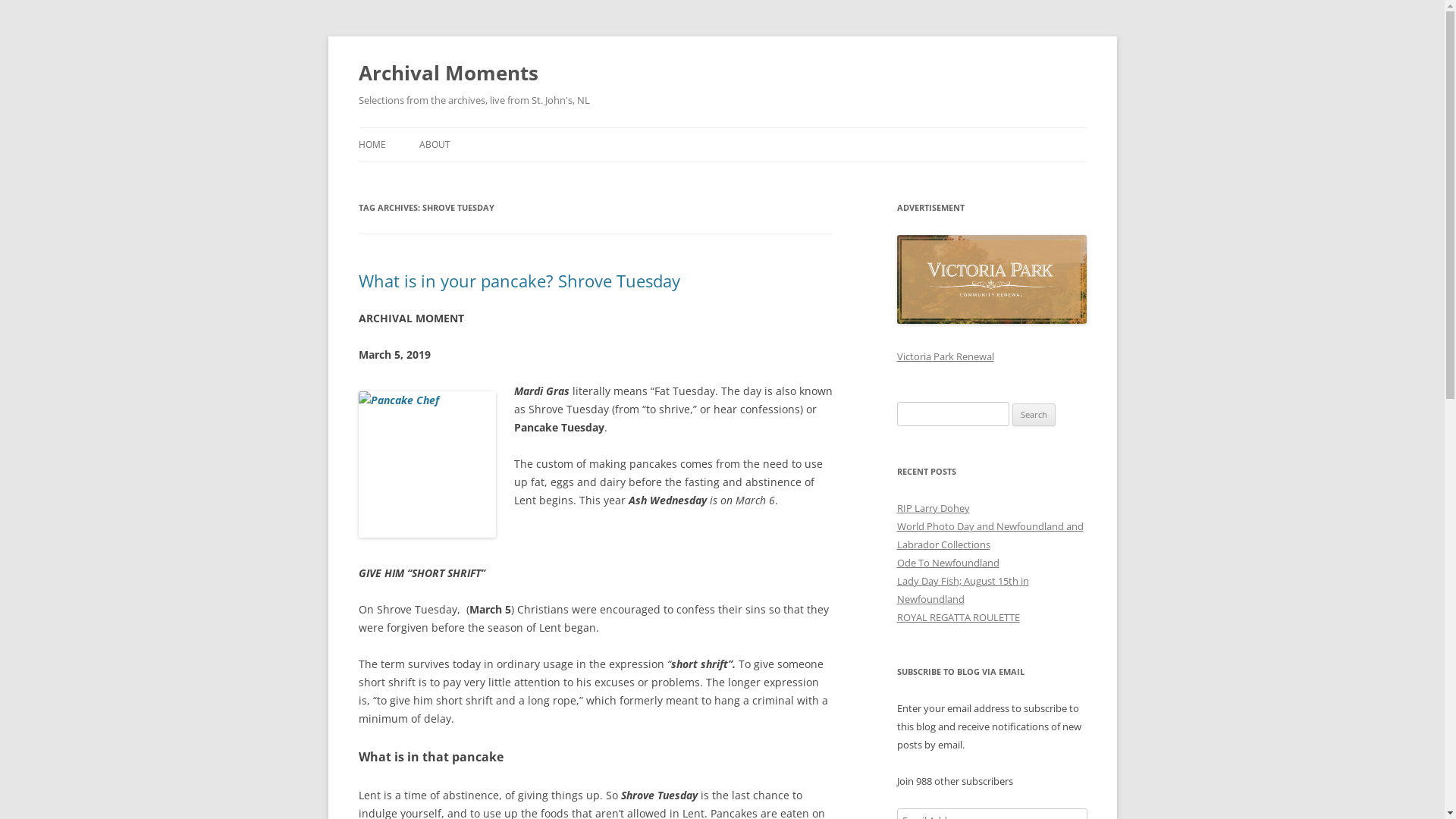  I want to click on 'Skip to content', so click(721, 127).